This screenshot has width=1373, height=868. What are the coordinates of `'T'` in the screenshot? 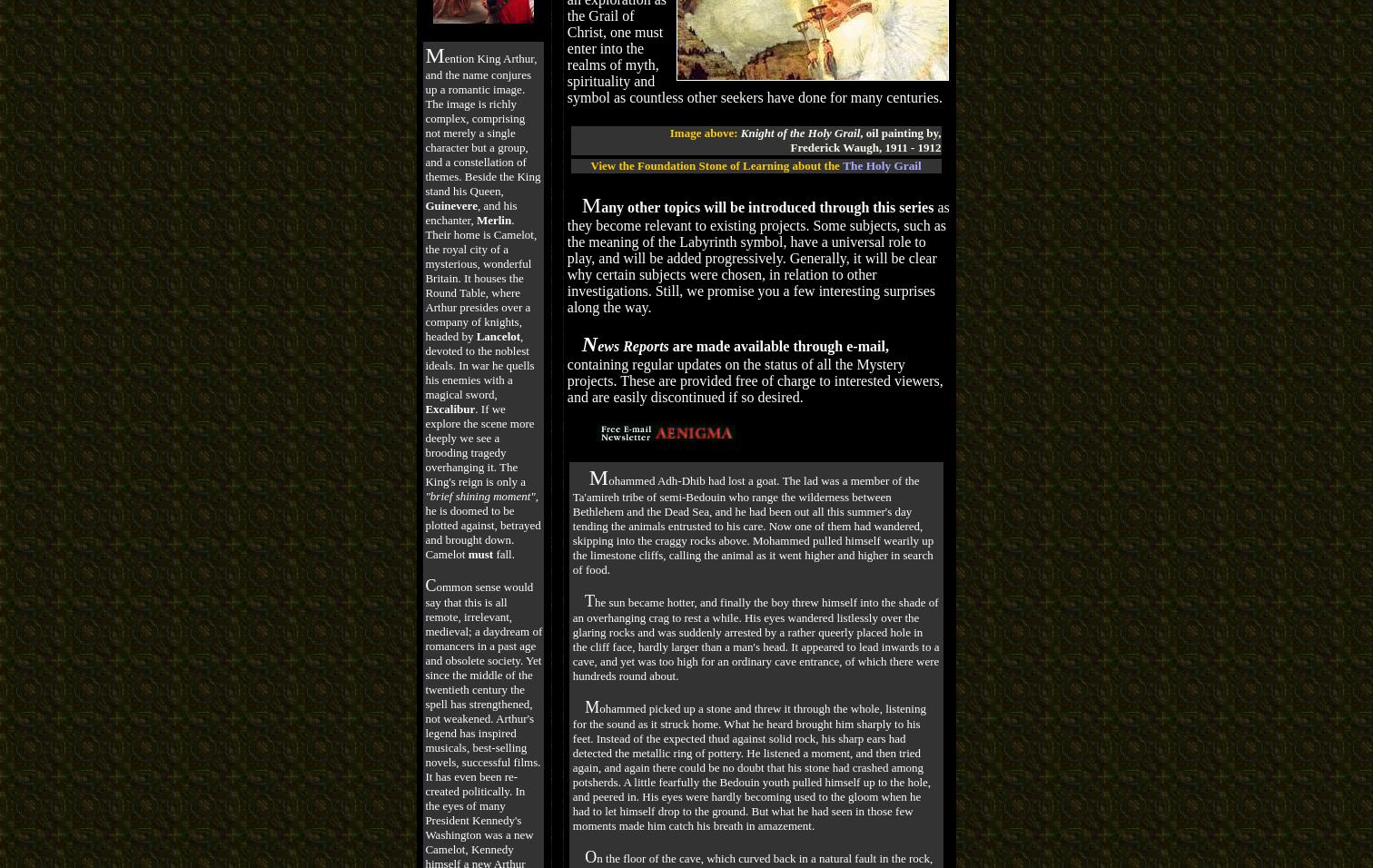 It's located at (582, 599).